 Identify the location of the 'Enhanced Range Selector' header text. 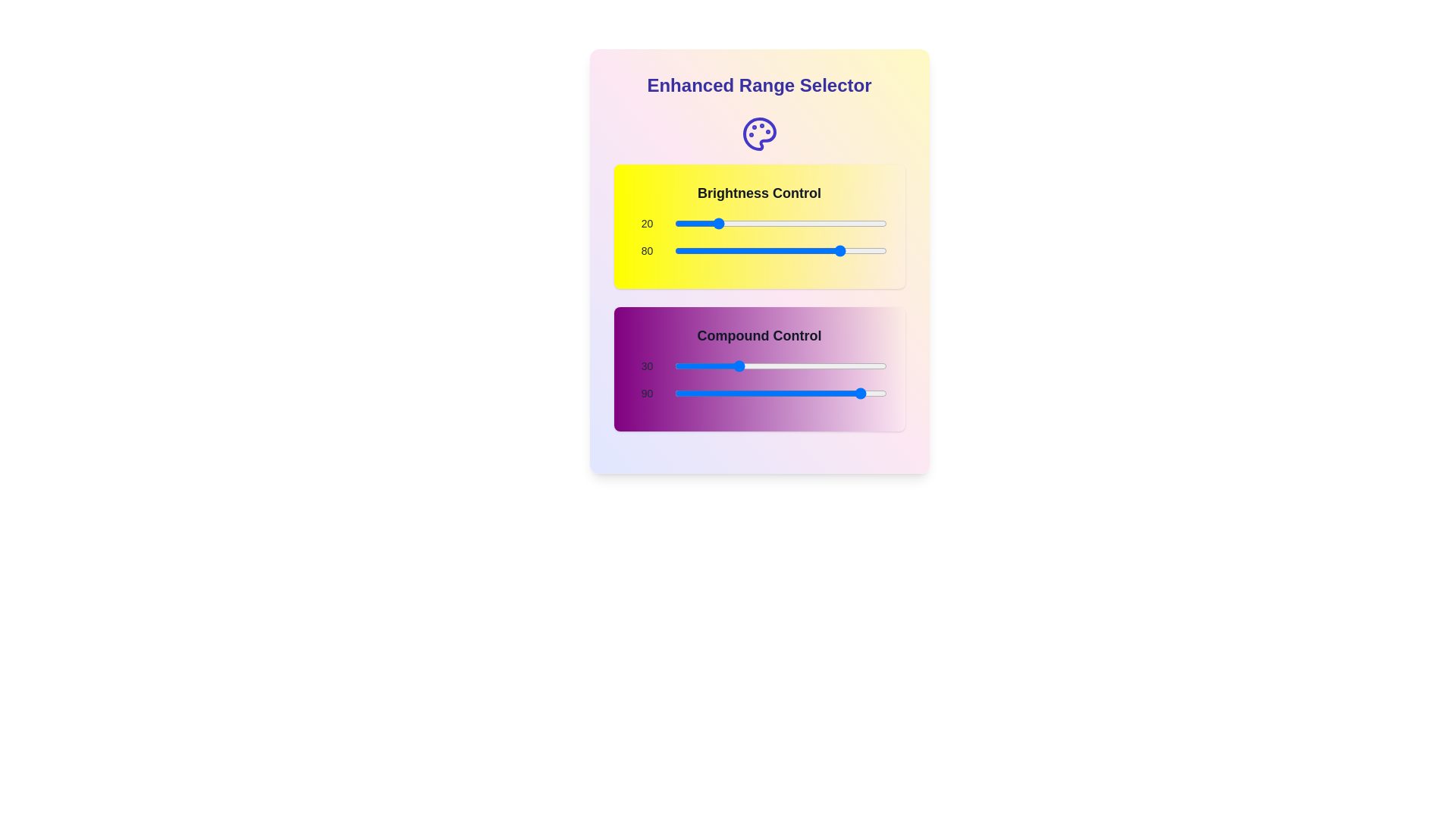
(759, 85).